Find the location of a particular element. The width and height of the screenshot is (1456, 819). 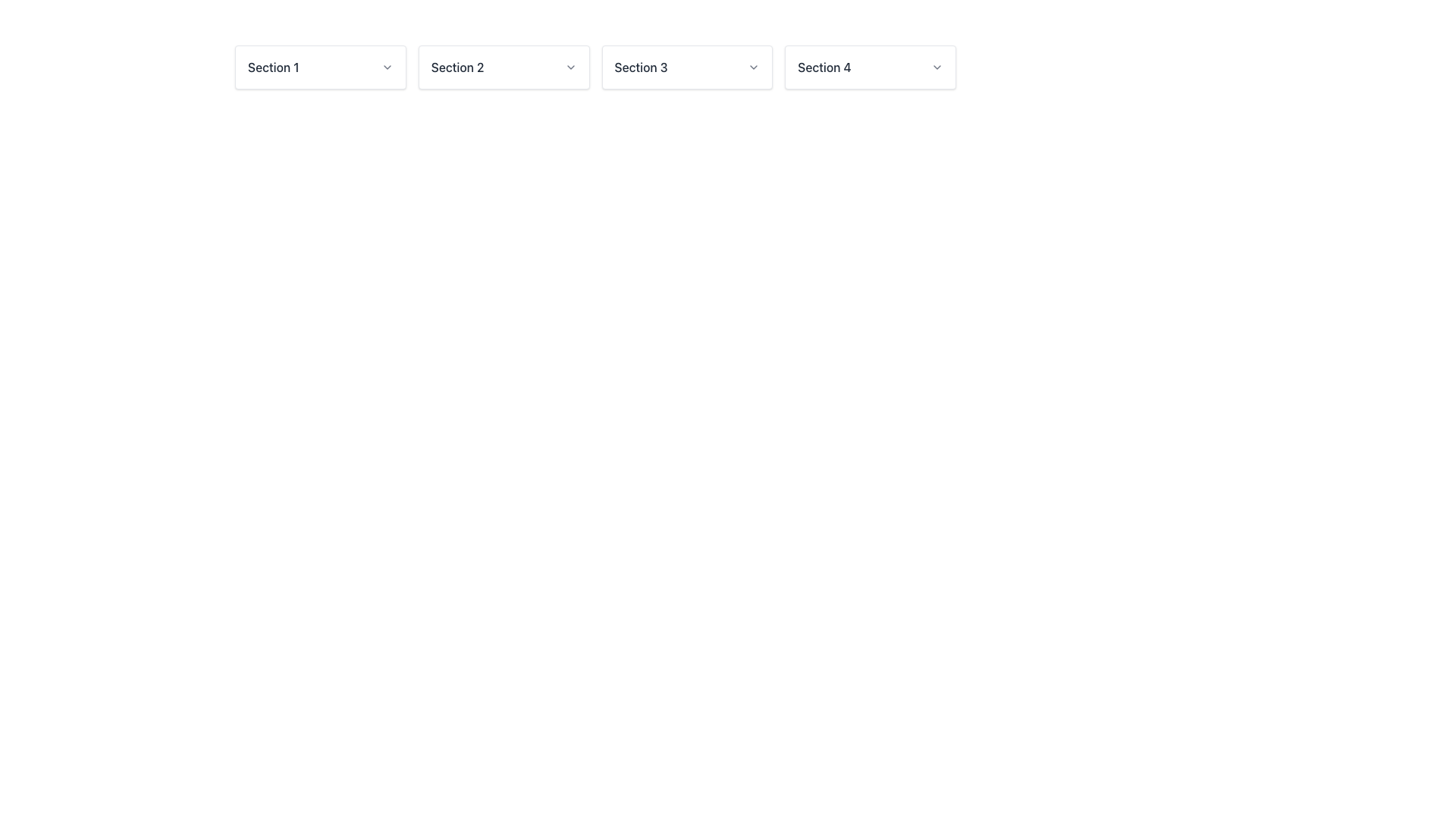

the button labeled 'Section 3' is located at coordinates (686, 66).